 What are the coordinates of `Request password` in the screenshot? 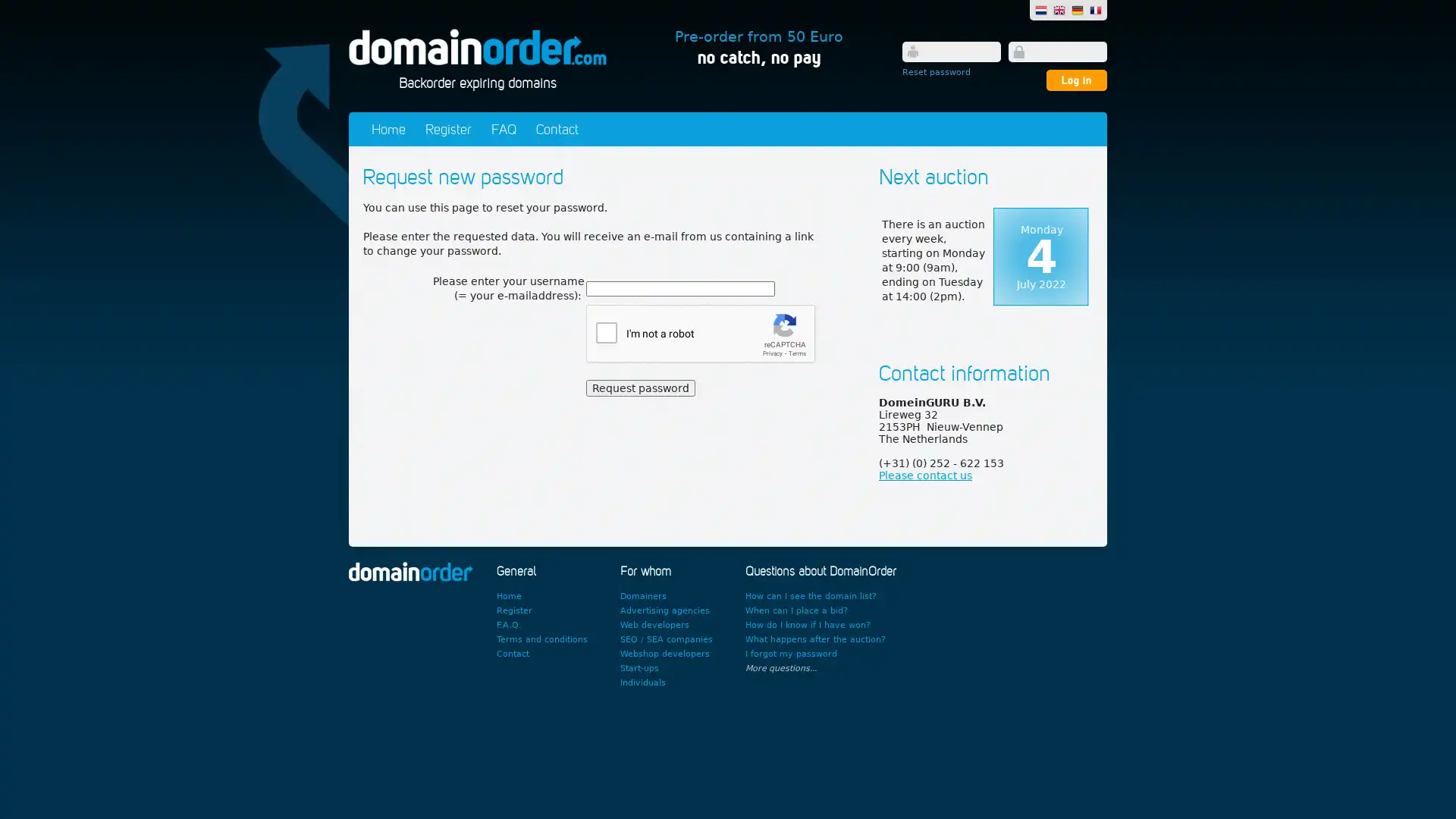 It's located at (640, 388).